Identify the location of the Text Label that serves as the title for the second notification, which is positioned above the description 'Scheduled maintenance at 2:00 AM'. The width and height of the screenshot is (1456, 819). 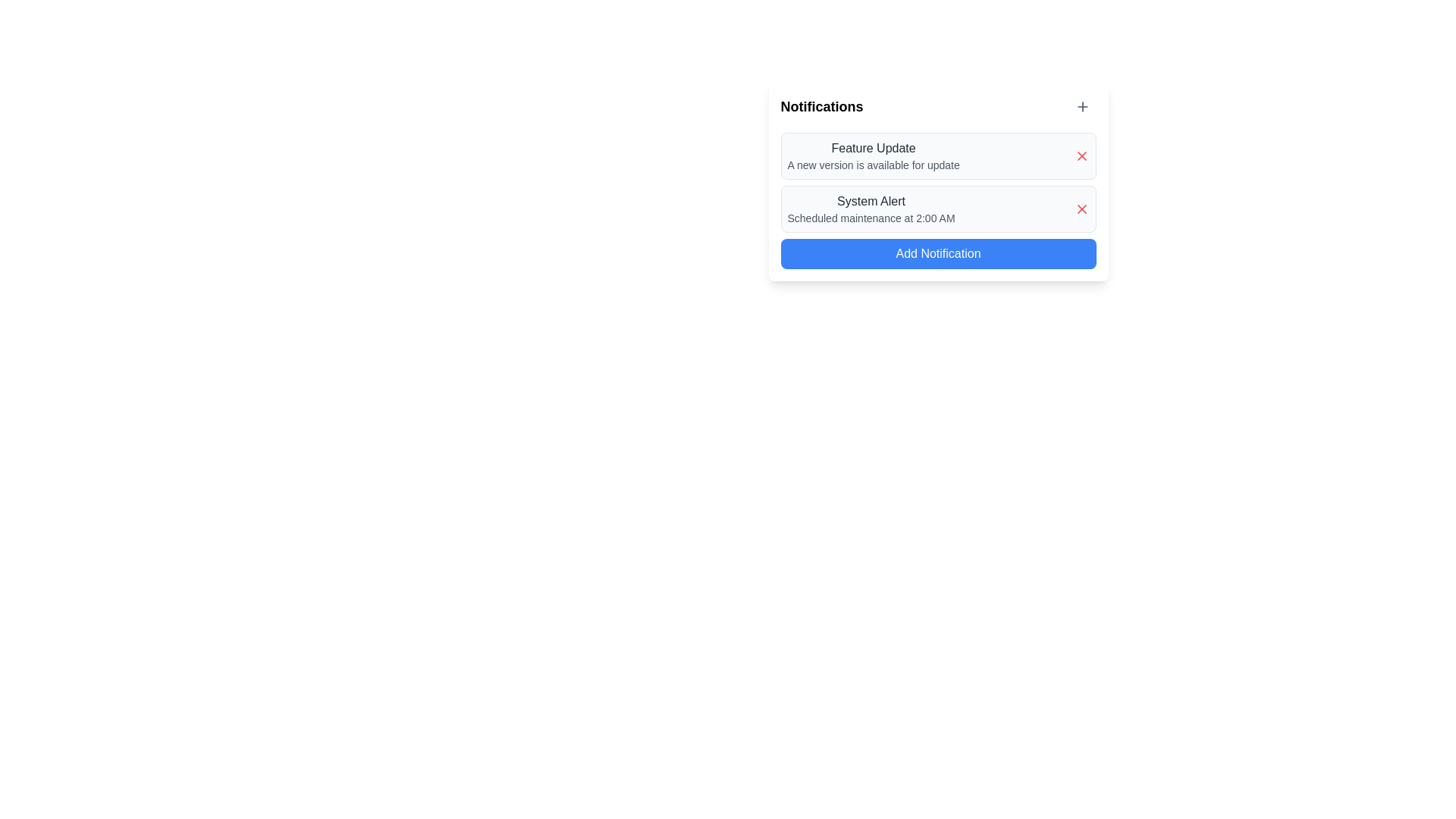
(871, 201).